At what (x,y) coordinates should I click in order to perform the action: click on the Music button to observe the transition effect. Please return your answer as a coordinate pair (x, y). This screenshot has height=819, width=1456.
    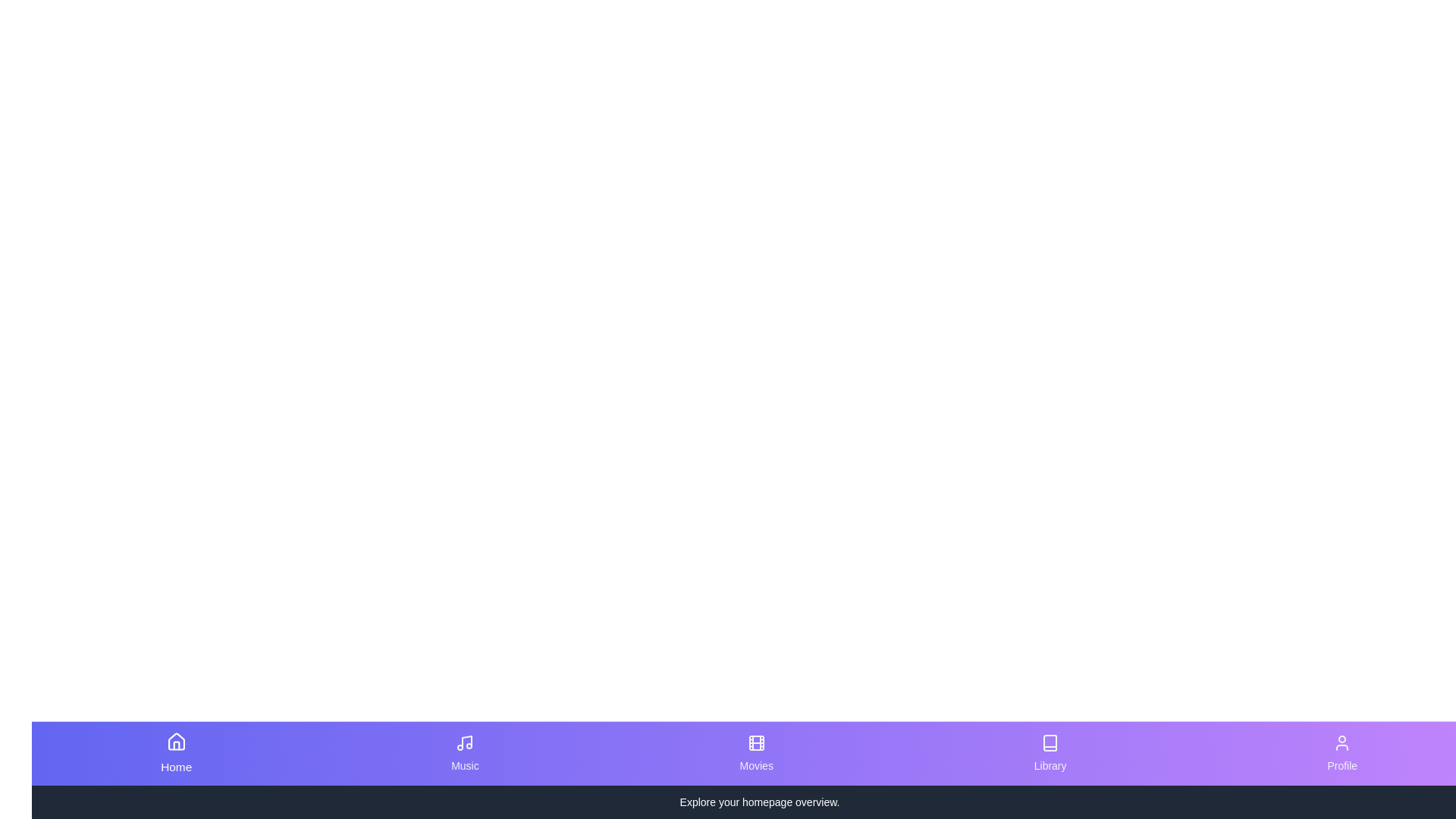
    Looking at the image, I should click on (464, 754).